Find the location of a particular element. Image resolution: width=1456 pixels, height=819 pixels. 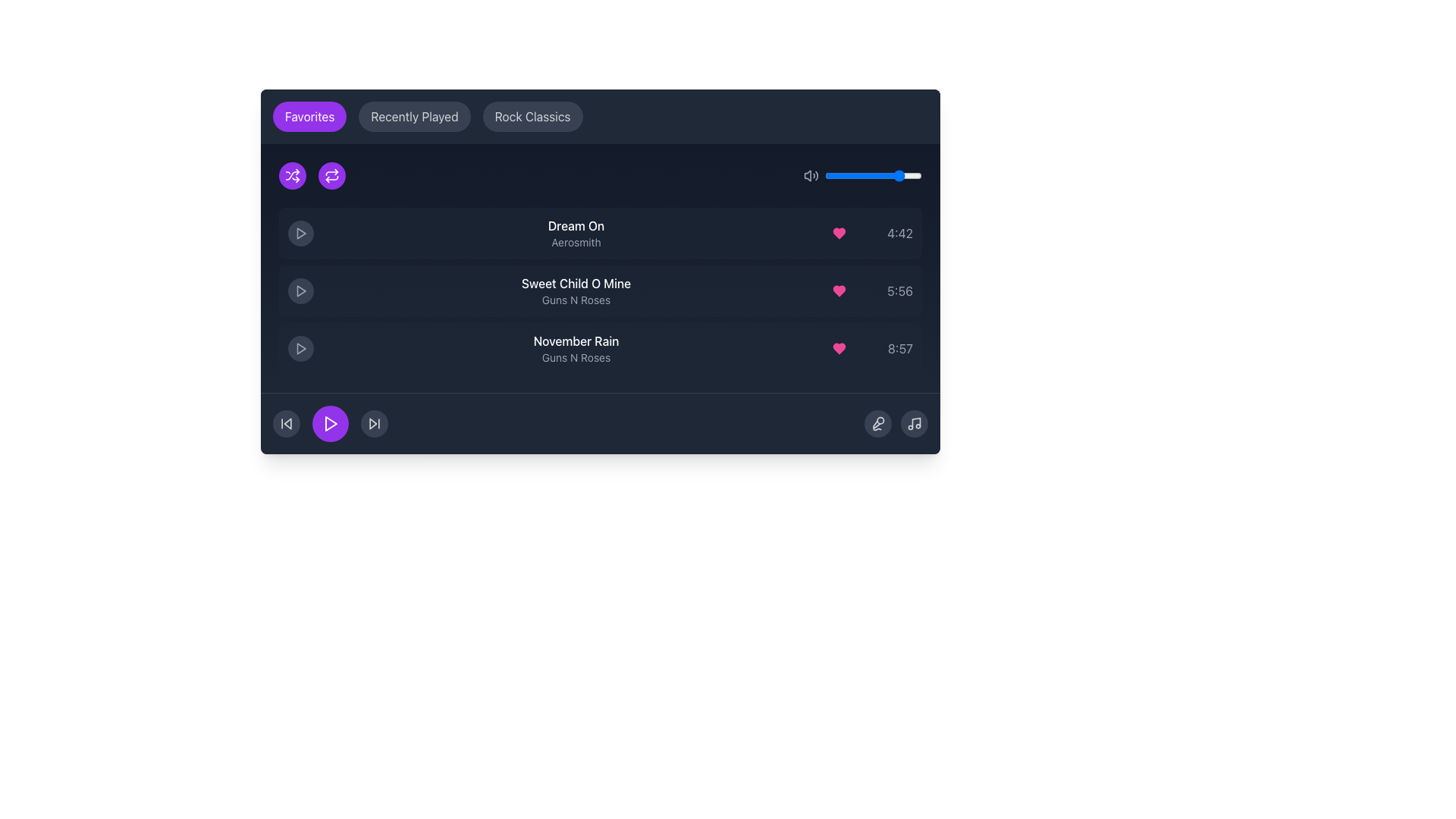

the play icon button in the second row of the musical playlist is located at coordinates (301, 348).